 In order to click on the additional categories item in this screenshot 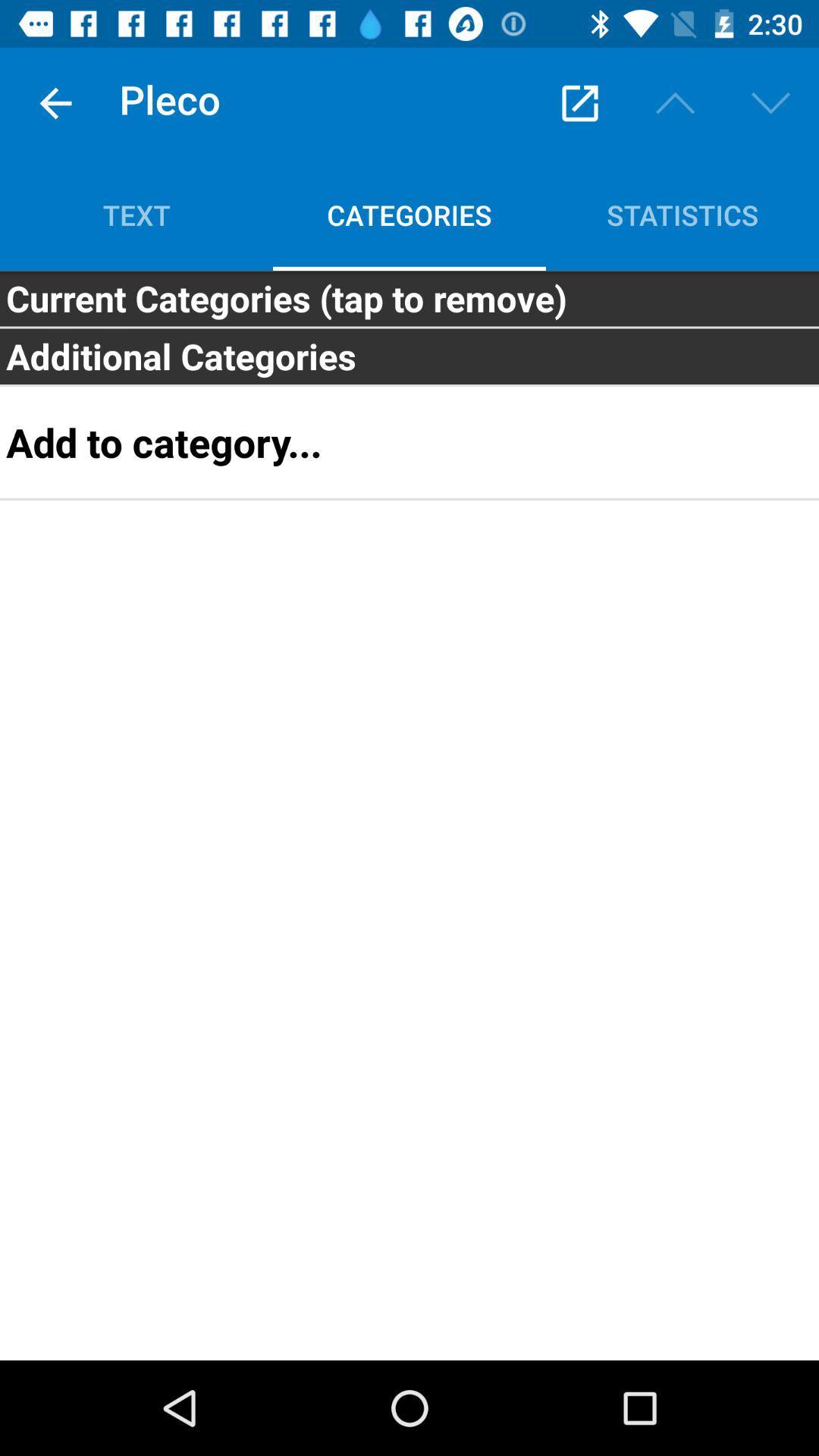, I will do `click(409, 356)`.